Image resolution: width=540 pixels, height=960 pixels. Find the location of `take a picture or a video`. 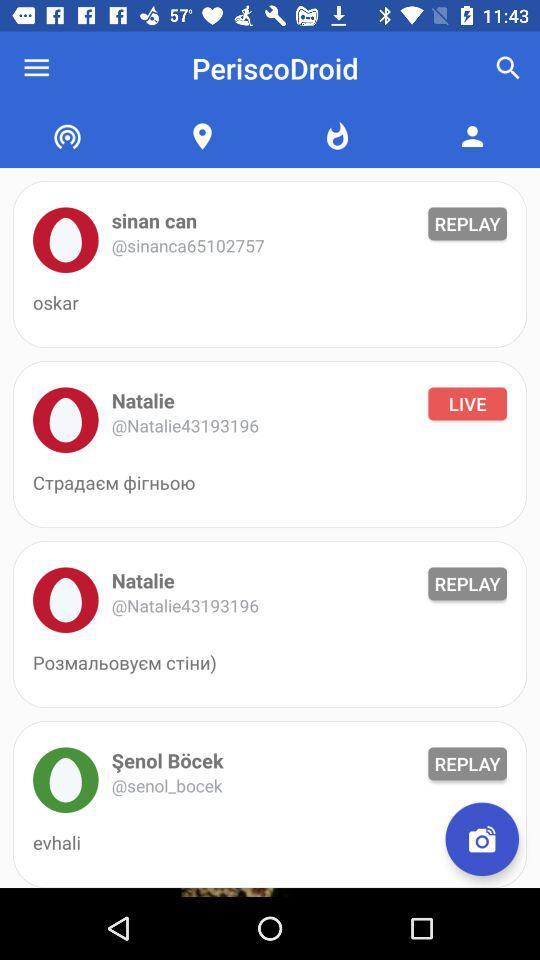

take a picture or a video is located at coordinates (481, 839).